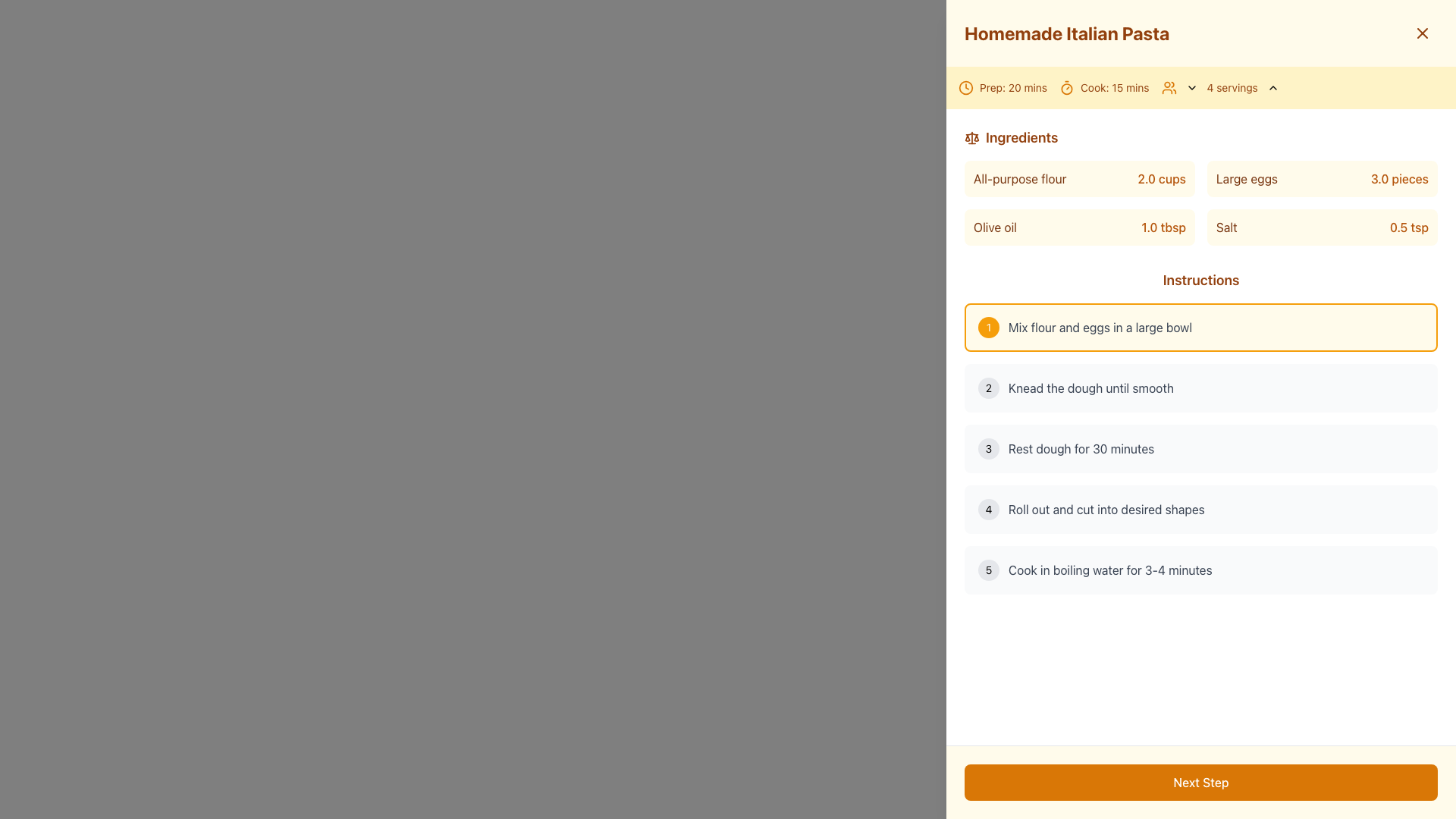 The image size is (1456, 819). Describe the element at coordinates (1065, 89) in the screenshot. I see `the central circular part of the timer icon located next to the 'Cook: 15 mins' label in the recipe description header` at that location.